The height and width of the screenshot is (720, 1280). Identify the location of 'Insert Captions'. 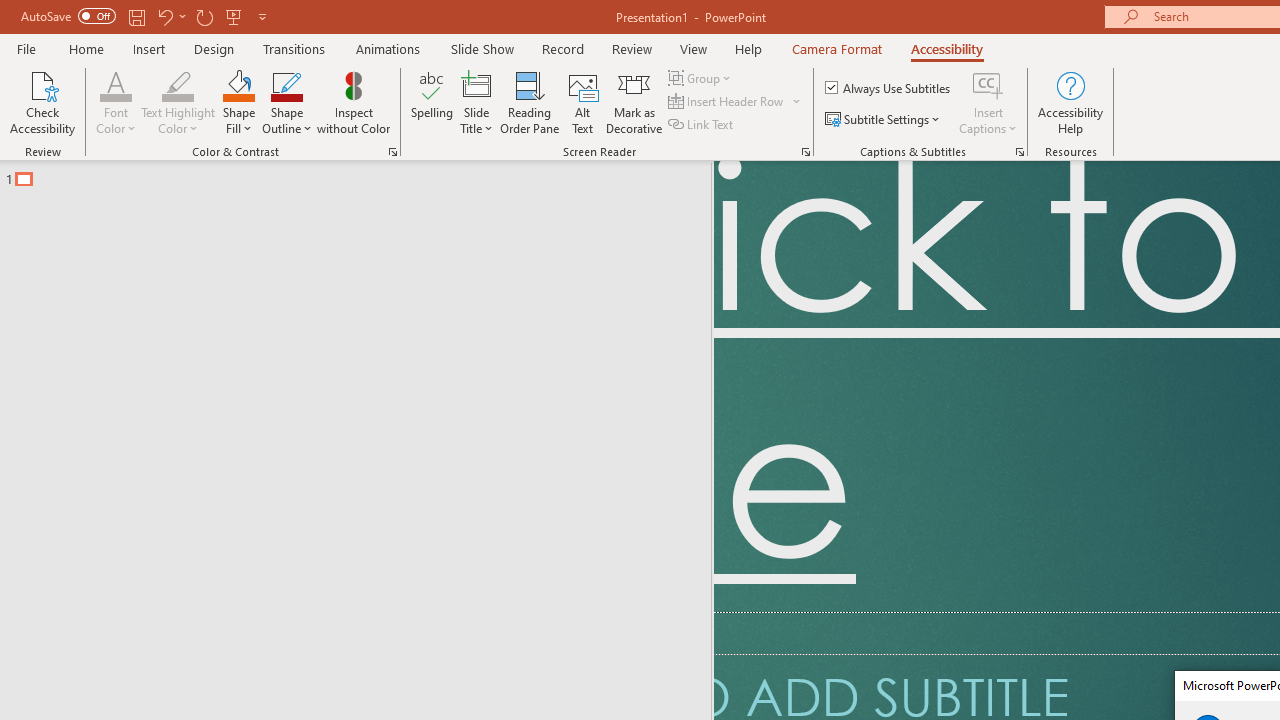
(988, 84).